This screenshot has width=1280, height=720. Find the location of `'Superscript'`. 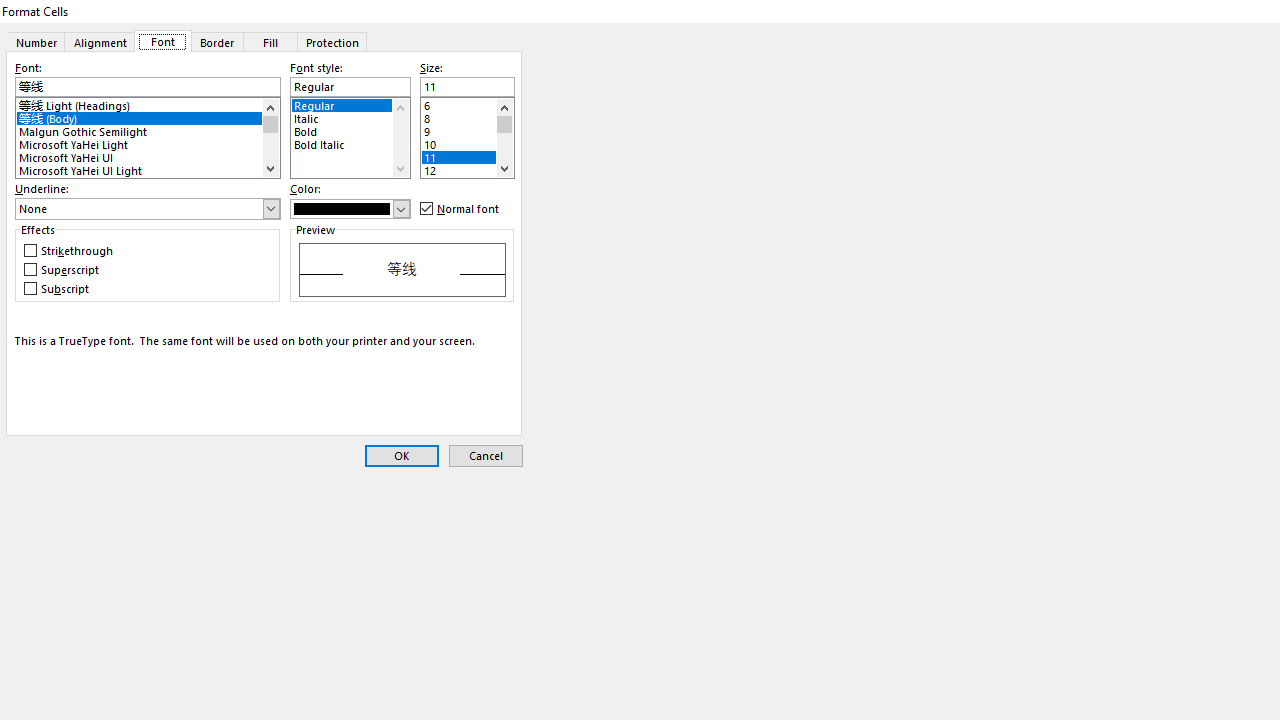

'Superscript' is located at coordinates (63, 270).